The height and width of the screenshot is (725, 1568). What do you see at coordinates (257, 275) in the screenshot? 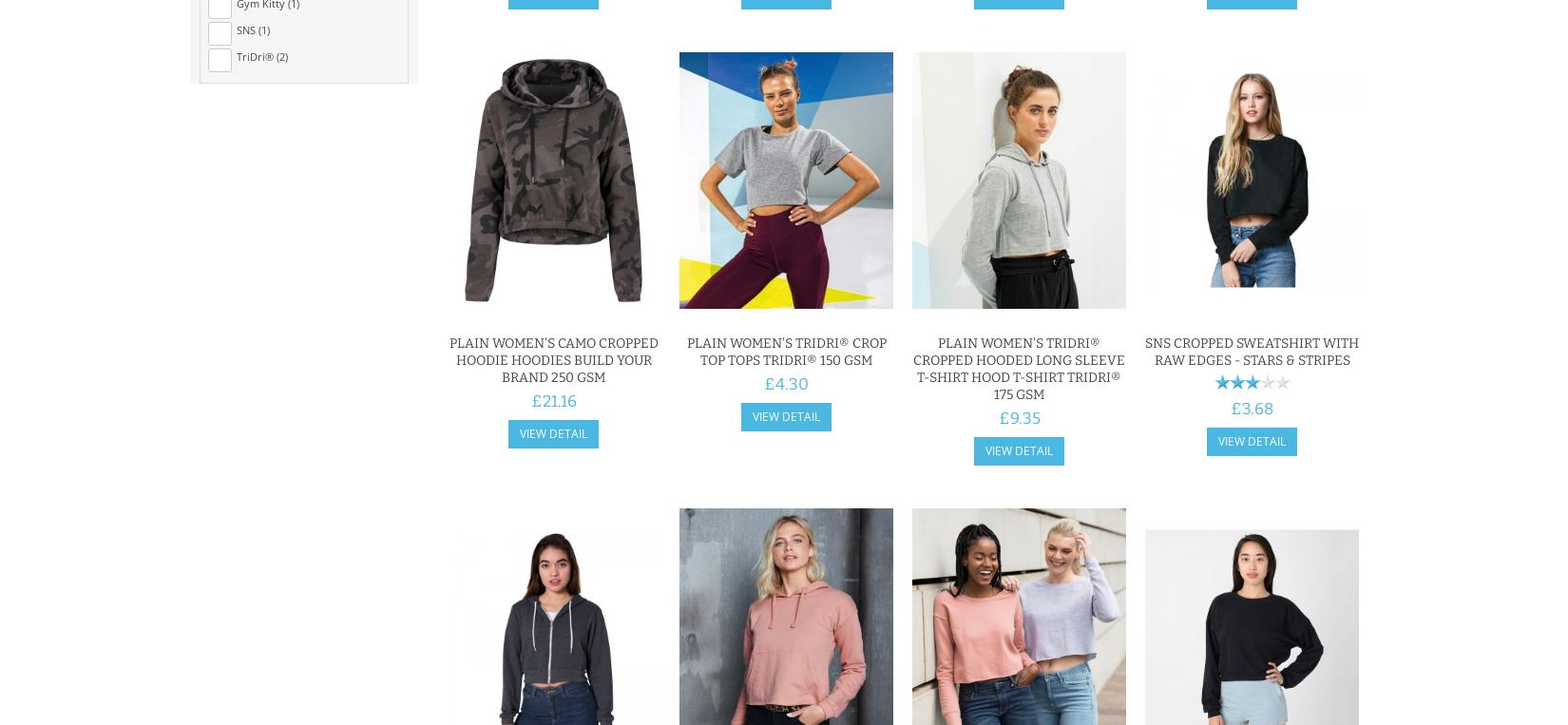
I see `'Nude (2)'` at bounding box center [257, 275].